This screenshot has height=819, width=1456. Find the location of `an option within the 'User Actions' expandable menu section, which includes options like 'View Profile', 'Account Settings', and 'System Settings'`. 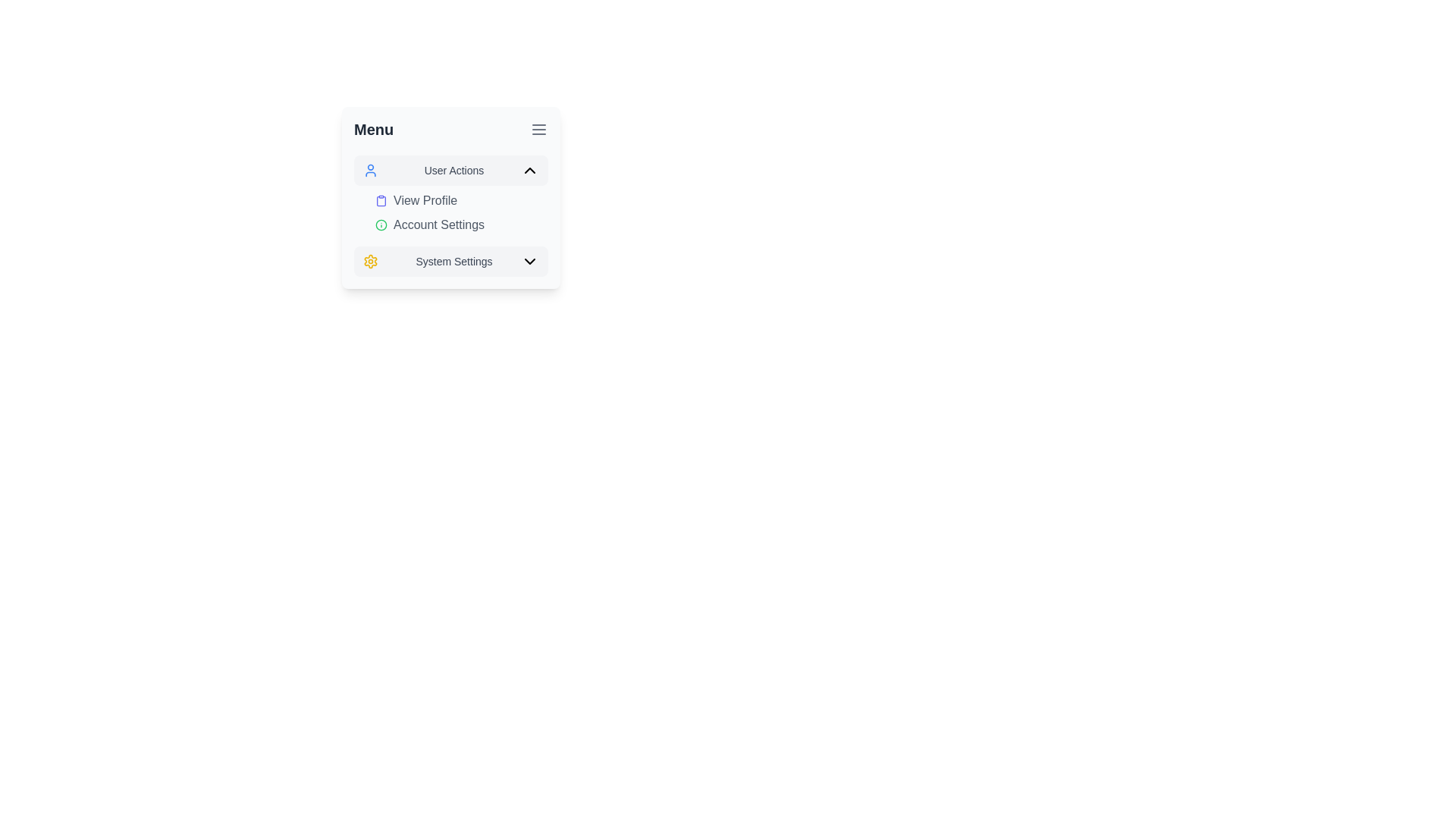

an option within the 'User Actions' expandable menu section, which includes options like 'View Profile', 'Account Settings', and 'System Settings' is located at coordinates (450, 216).